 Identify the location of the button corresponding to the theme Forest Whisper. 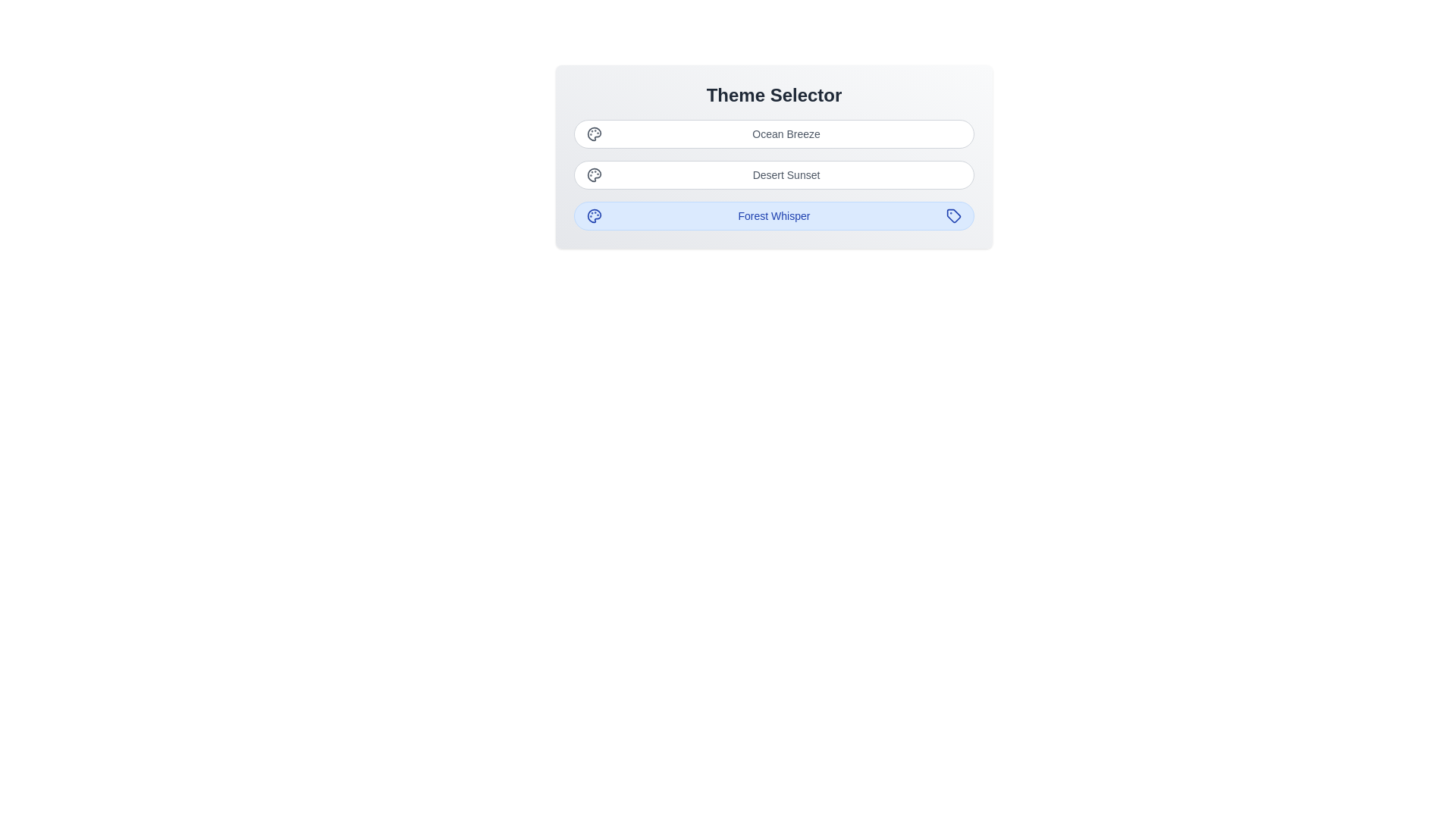
(774, 216).